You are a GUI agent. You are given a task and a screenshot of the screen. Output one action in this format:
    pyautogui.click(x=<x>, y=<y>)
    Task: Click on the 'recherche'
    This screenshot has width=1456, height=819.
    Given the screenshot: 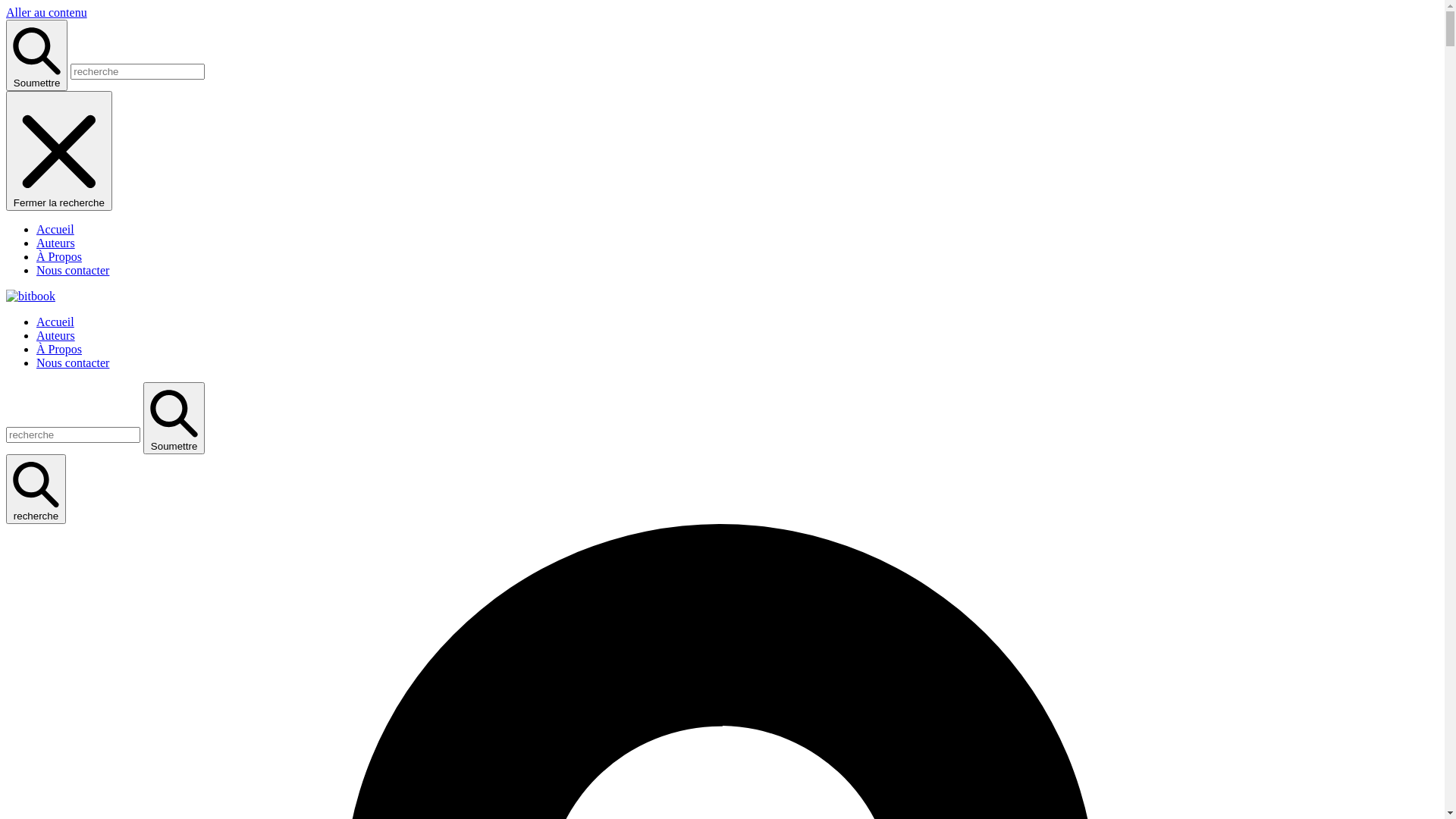 What is the action you would take?
    pyautogui.click(x=36, y=488)
    